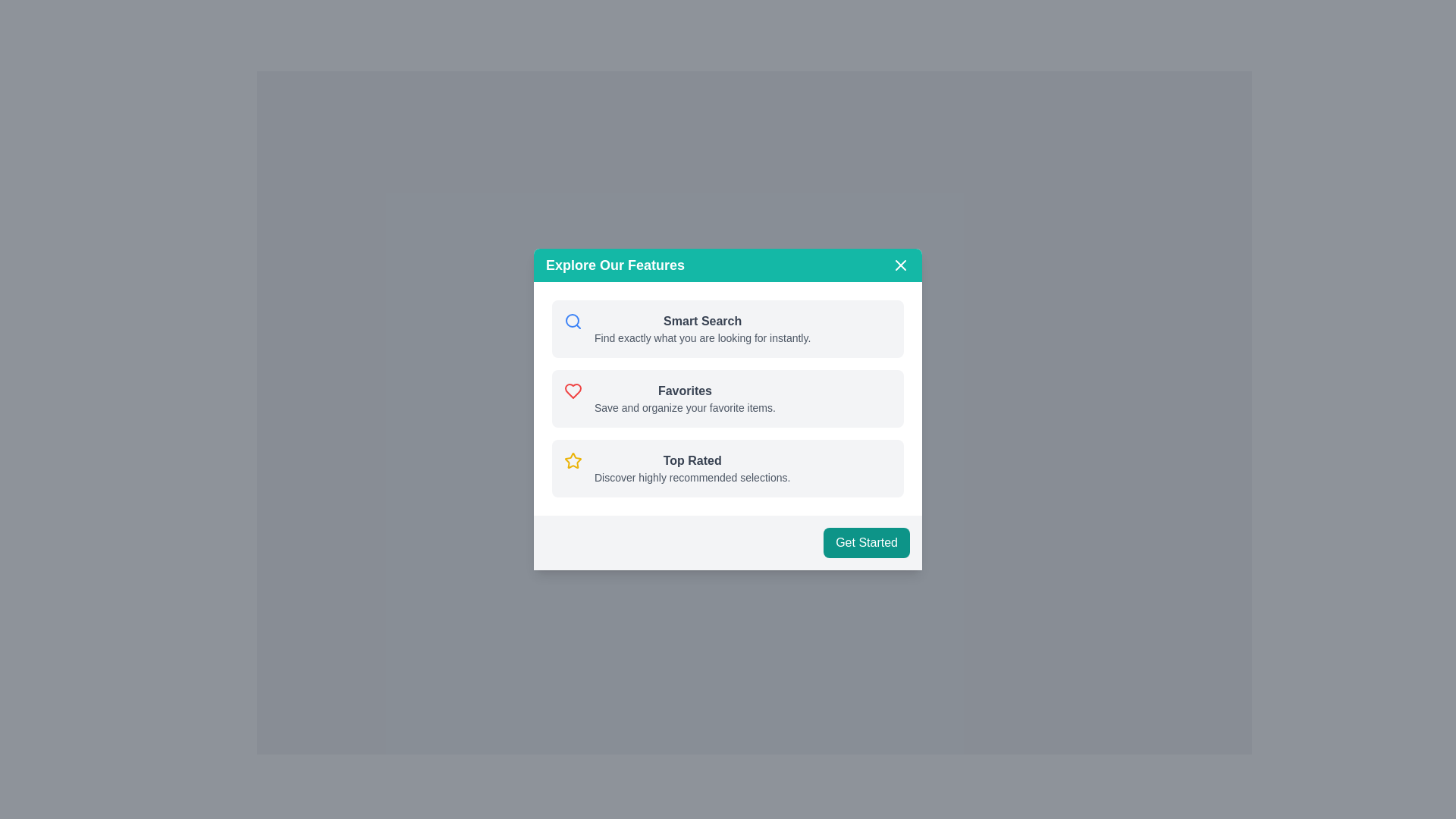  What do you see at coordinates (901, 265) in the screenshot?
I see `the close button located at the top-right corner of the modal header, adjacent to the 'Explore Our Features' text` at bounding box center [901, 265].